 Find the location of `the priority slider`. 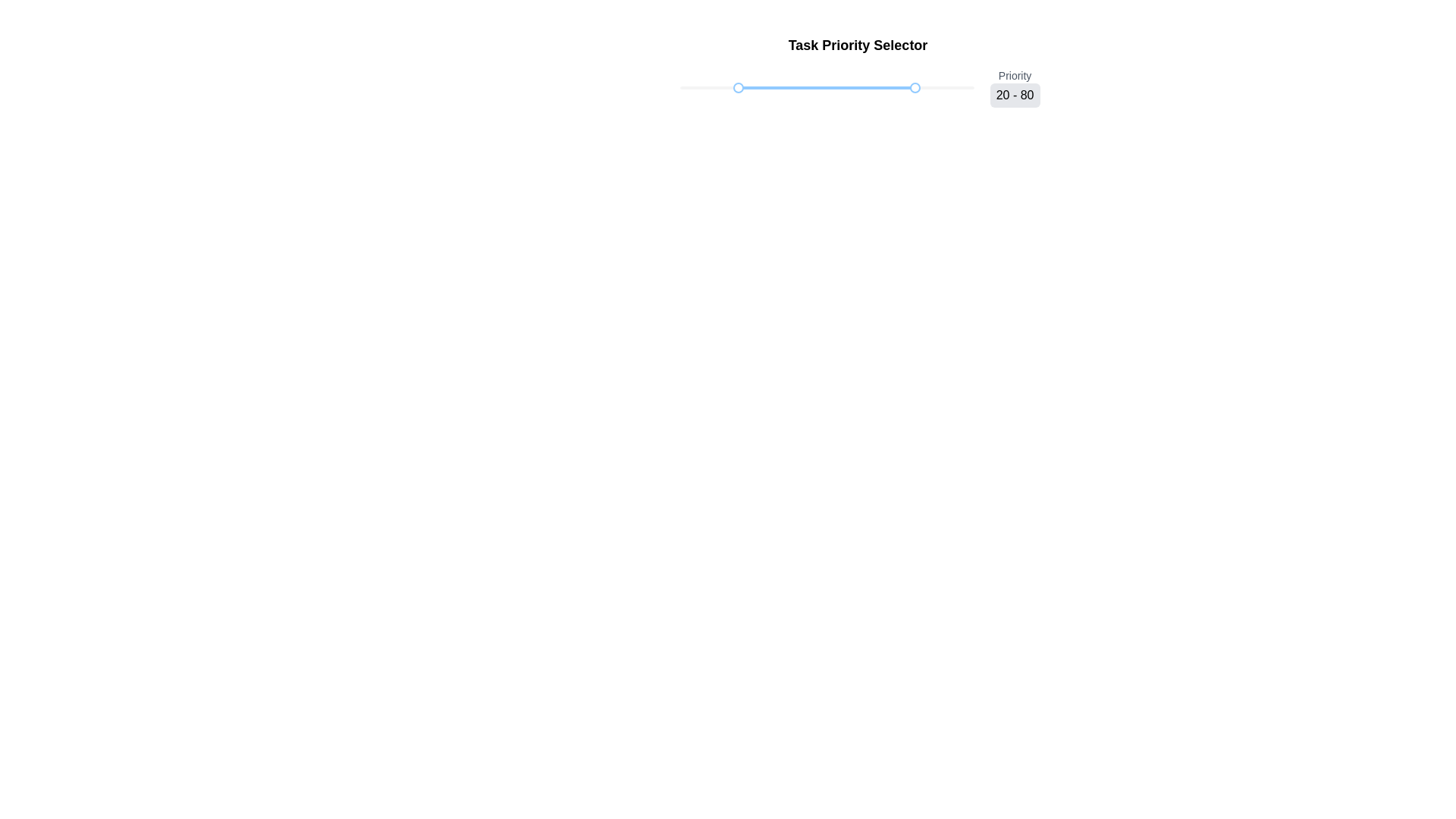

the priority slider is located at coordinates (906, 87).